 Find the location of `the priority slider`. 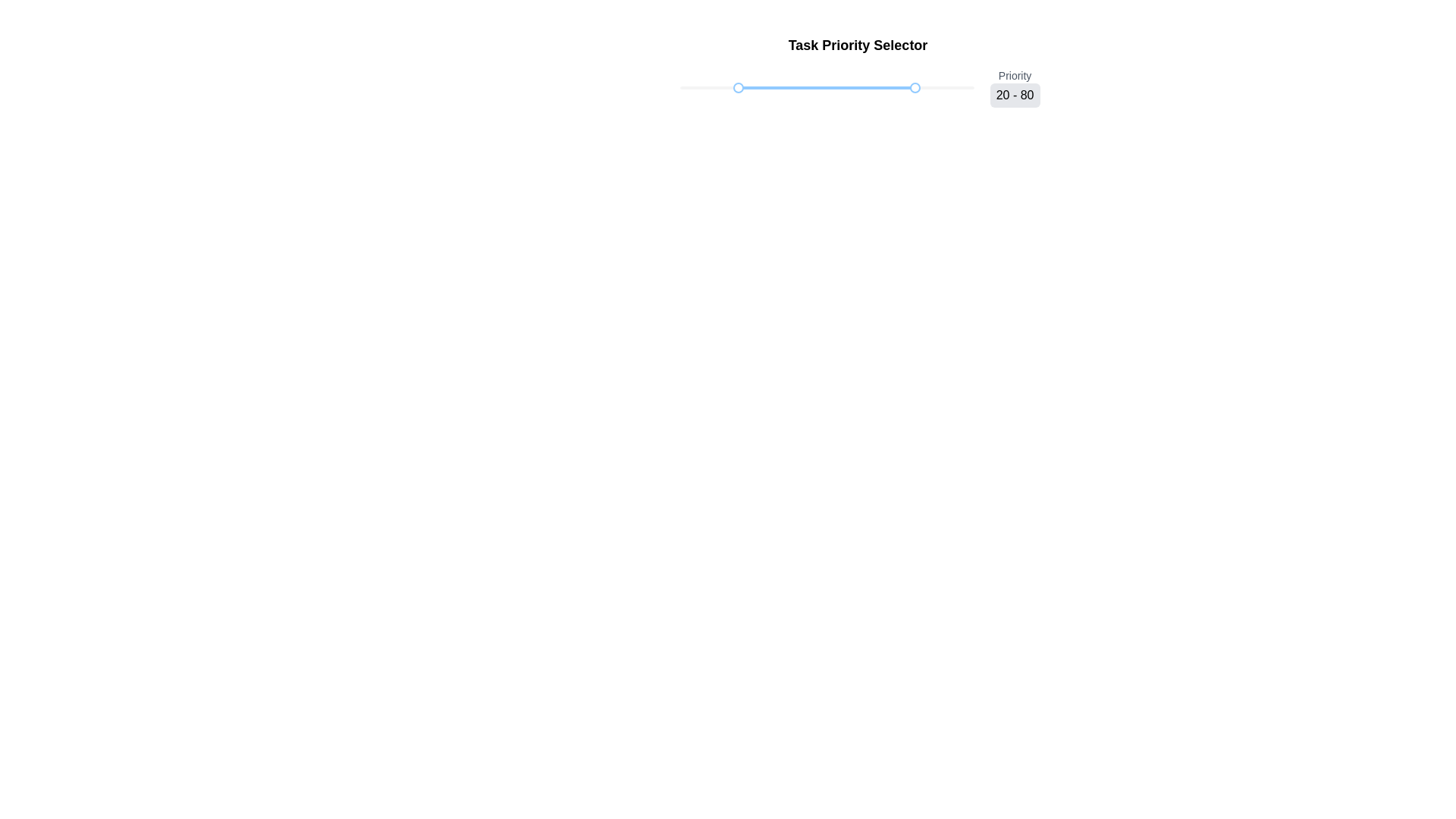

the priority slider is located at coordinates (906, 87).